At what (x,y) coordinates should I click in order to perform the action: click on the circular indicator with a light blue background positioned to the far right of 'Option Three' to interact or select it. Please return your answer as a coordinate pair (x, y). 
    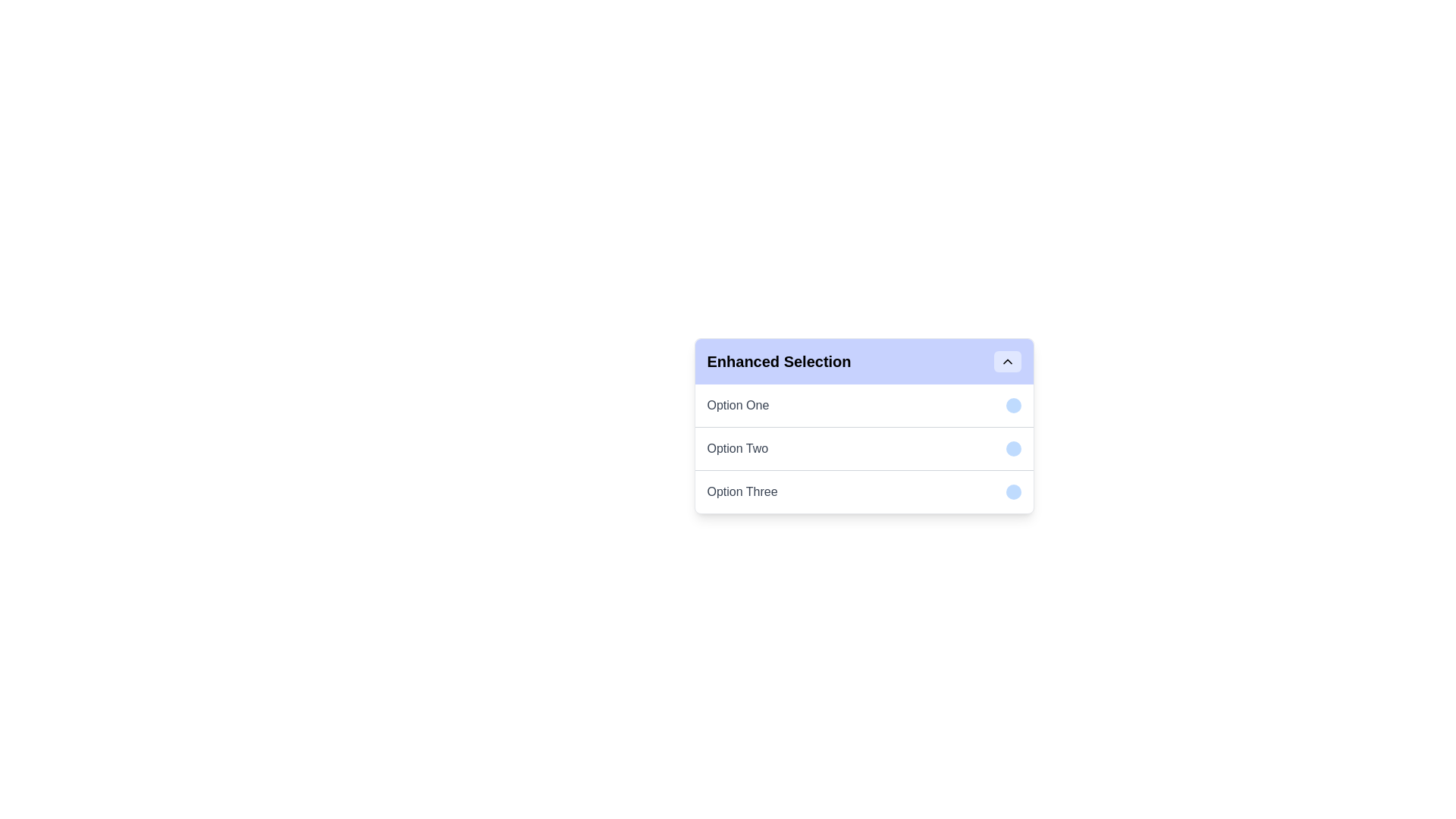
    Looking at the image, I should click on (1013, 491).